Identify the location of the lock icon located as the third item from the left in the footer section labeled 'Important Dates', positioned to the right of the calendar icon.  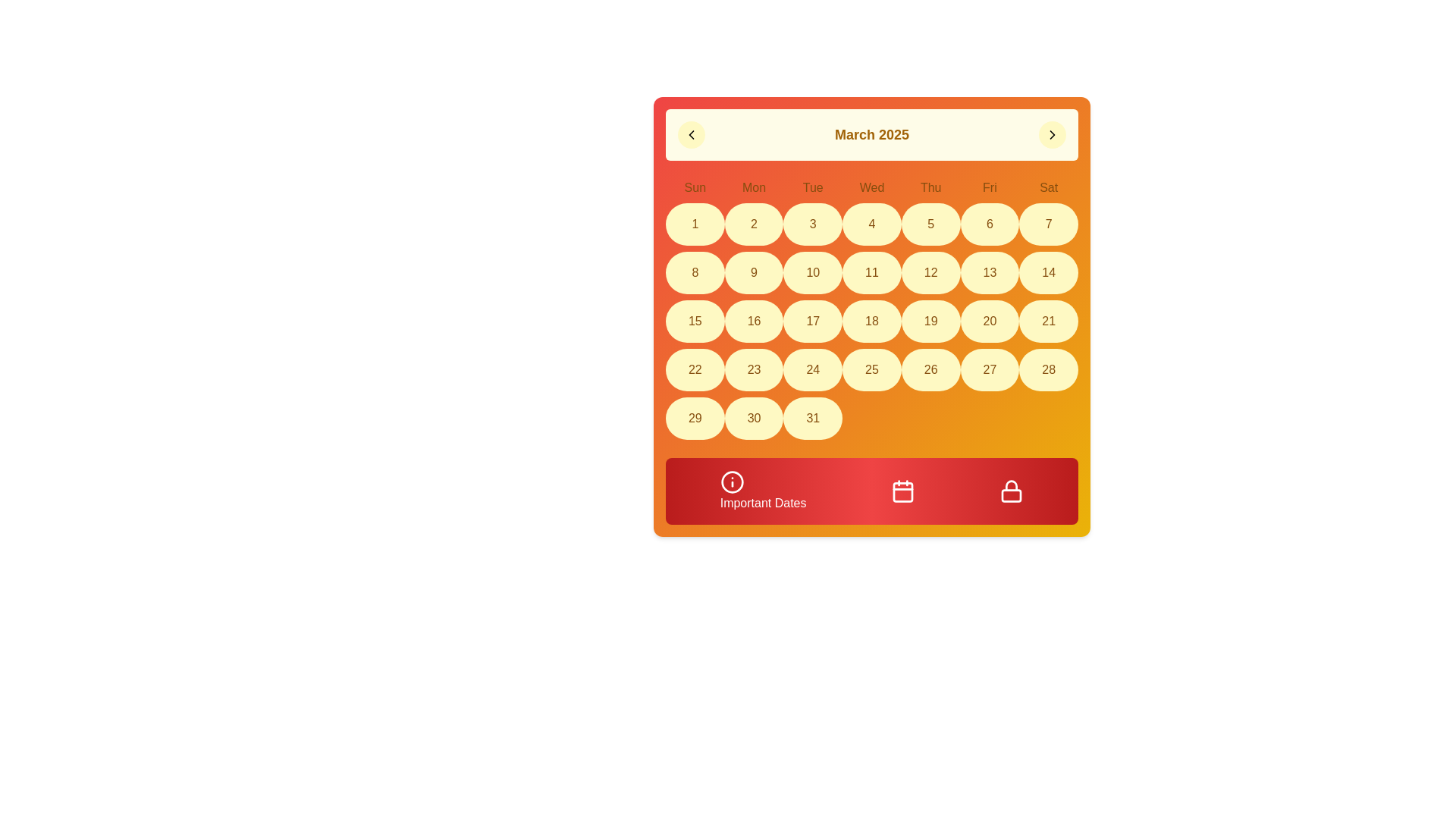
(1012, 491).